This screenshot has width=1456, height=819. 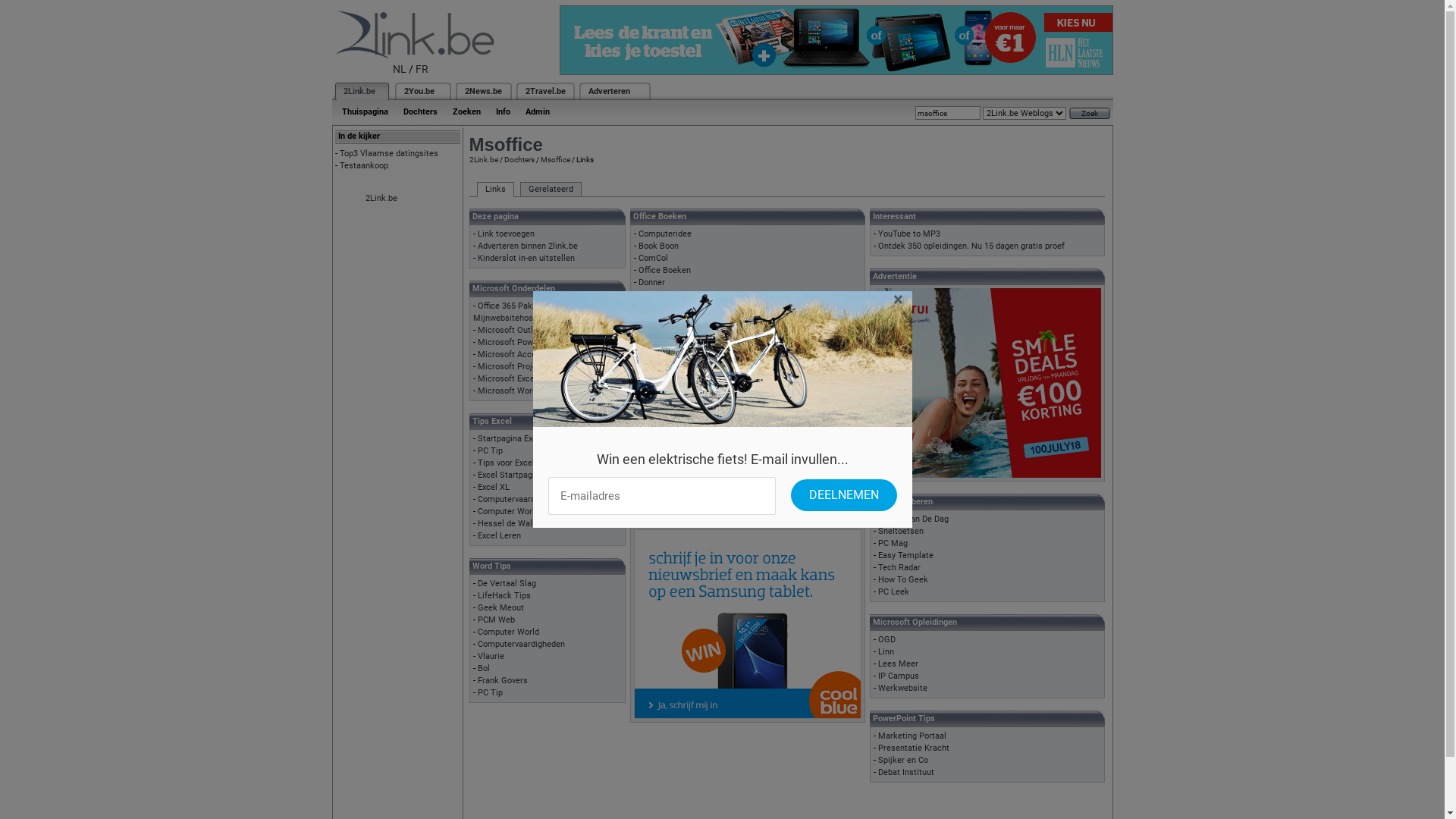 What do you see at coordinates (912, 518) in the screenshot?
I see `'PC Tip Van De Dag'` at bounding box center [912, 518].